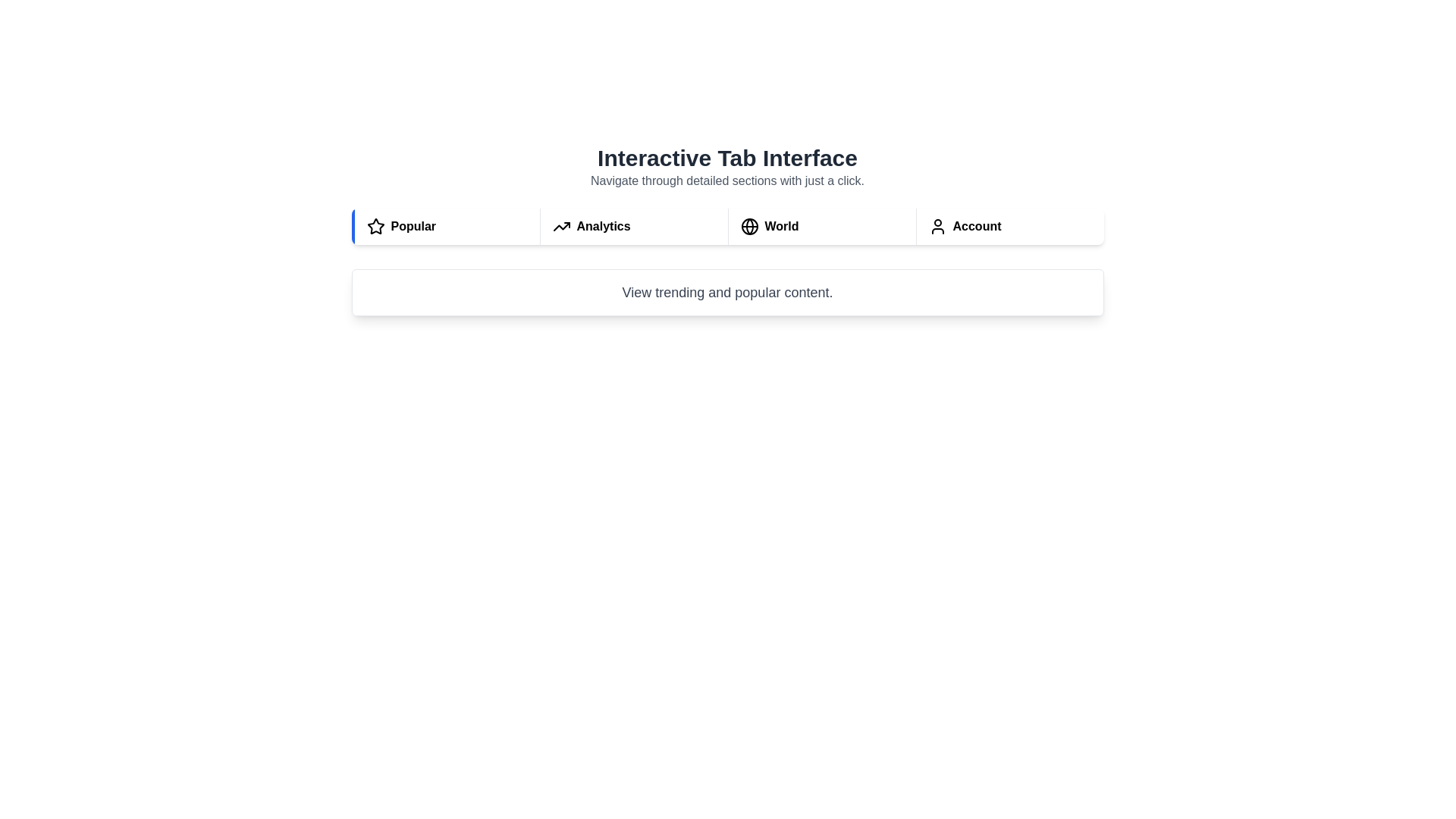  I want to click on the Popular tab to preview its style, so click(444, 227).